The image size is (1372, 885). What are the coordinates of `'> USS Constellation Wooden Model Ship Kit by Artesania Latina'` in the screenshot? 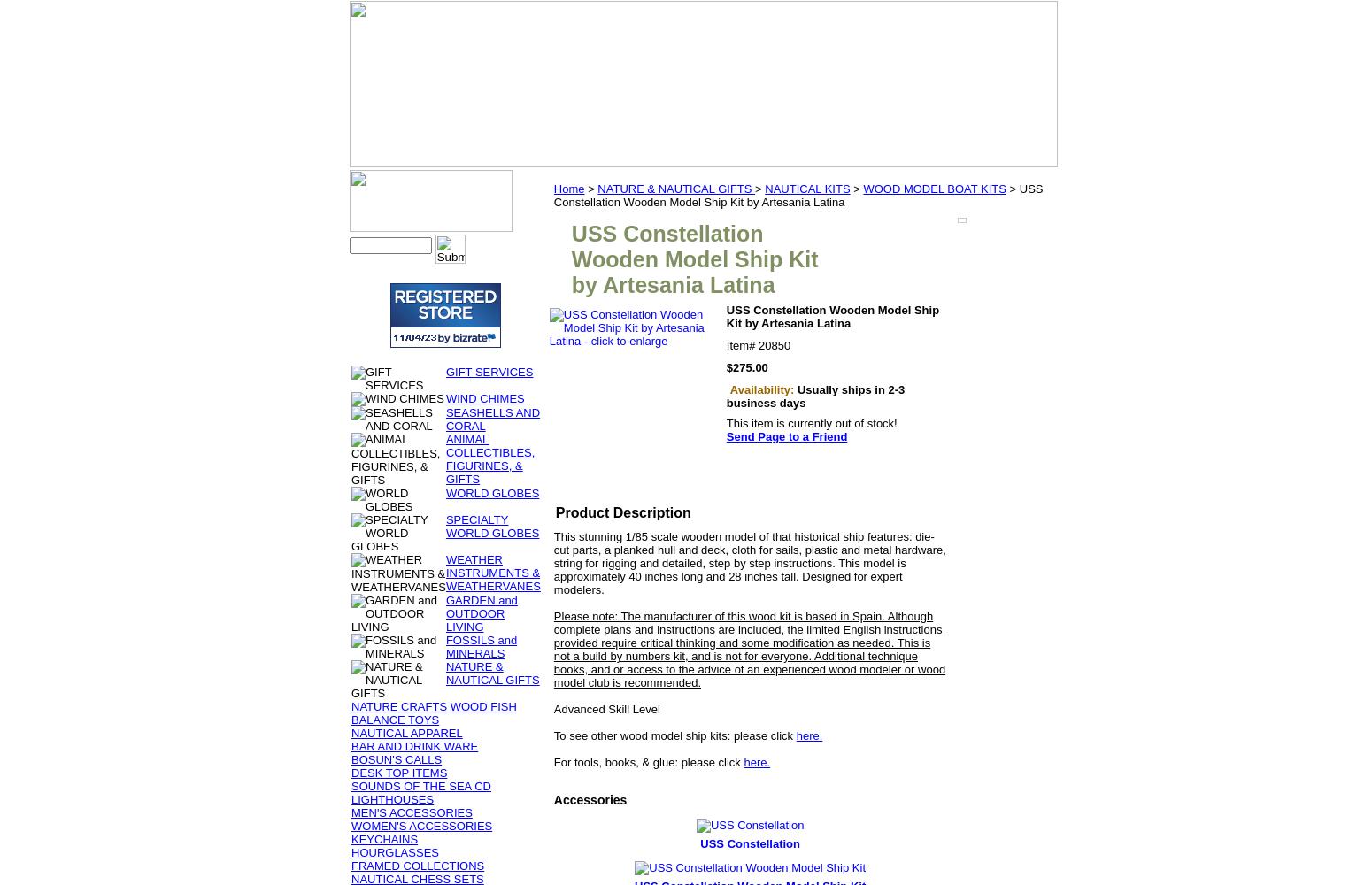 It's located at (798, 195).